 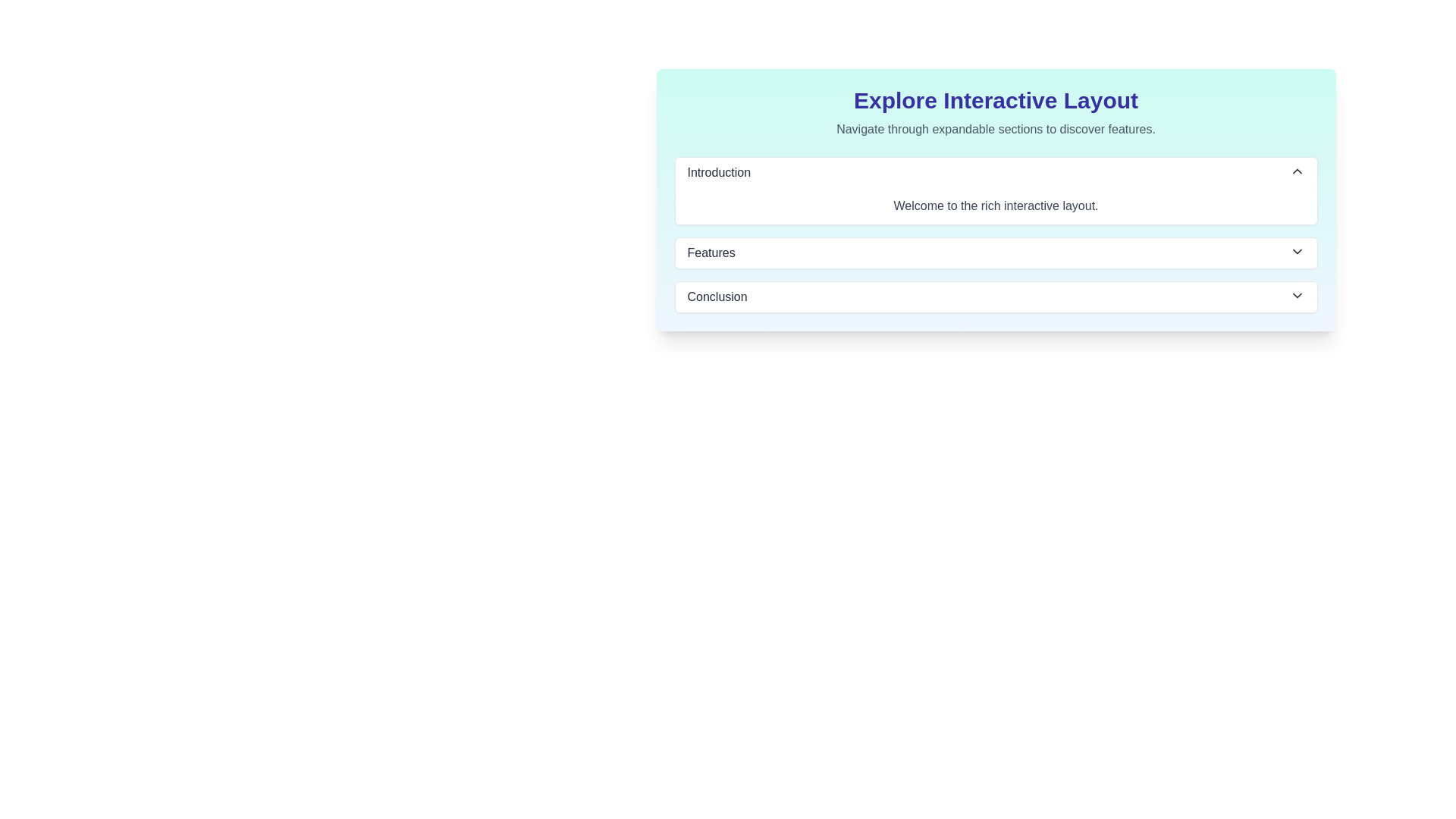 I want to click on the Chevron Up icon located at the right end of the 'Introduction' section header, so click(x=1296, y=171).